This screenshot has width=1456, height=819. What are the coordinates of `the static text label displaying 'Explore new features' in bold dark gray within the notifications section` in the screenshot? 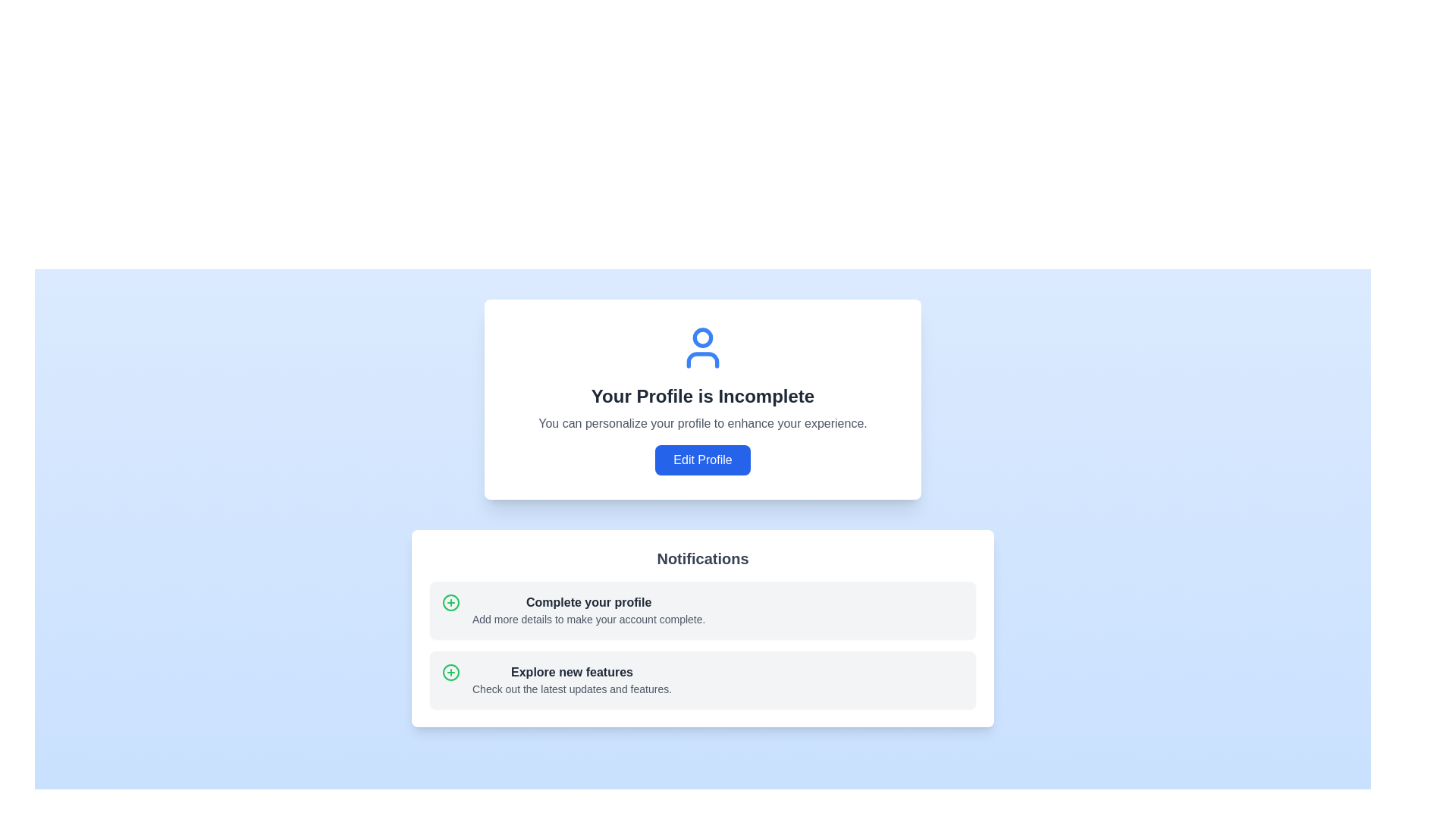 It's located at (571, 672).